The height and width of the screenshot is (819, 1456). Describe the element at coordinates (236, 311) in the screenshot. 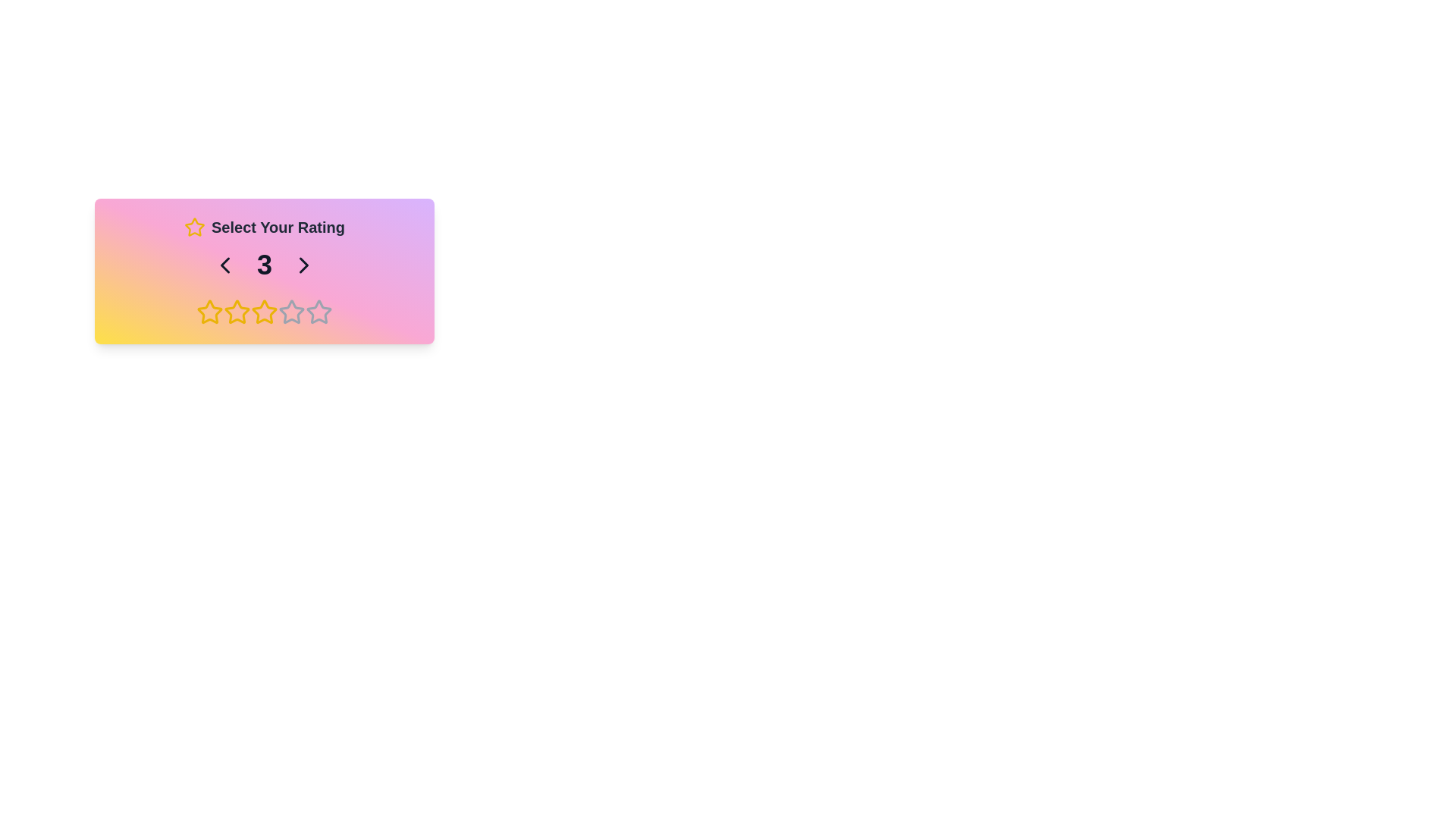

I see `the third star icon in the rating feature` at that location.